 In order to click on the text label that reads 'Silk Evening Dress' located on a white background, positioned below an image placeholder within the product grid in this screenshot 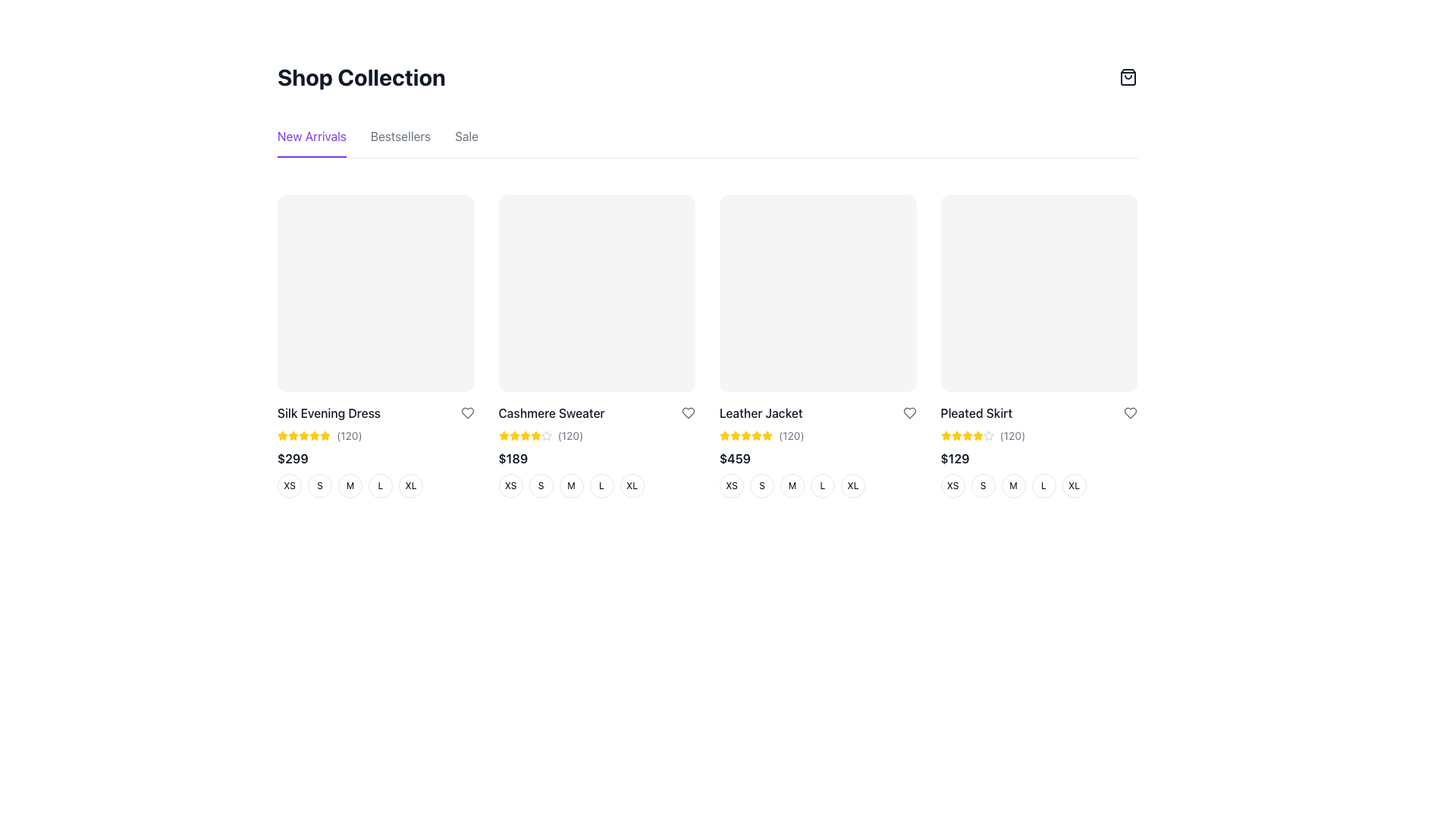, I will do `click(328, 413)`.